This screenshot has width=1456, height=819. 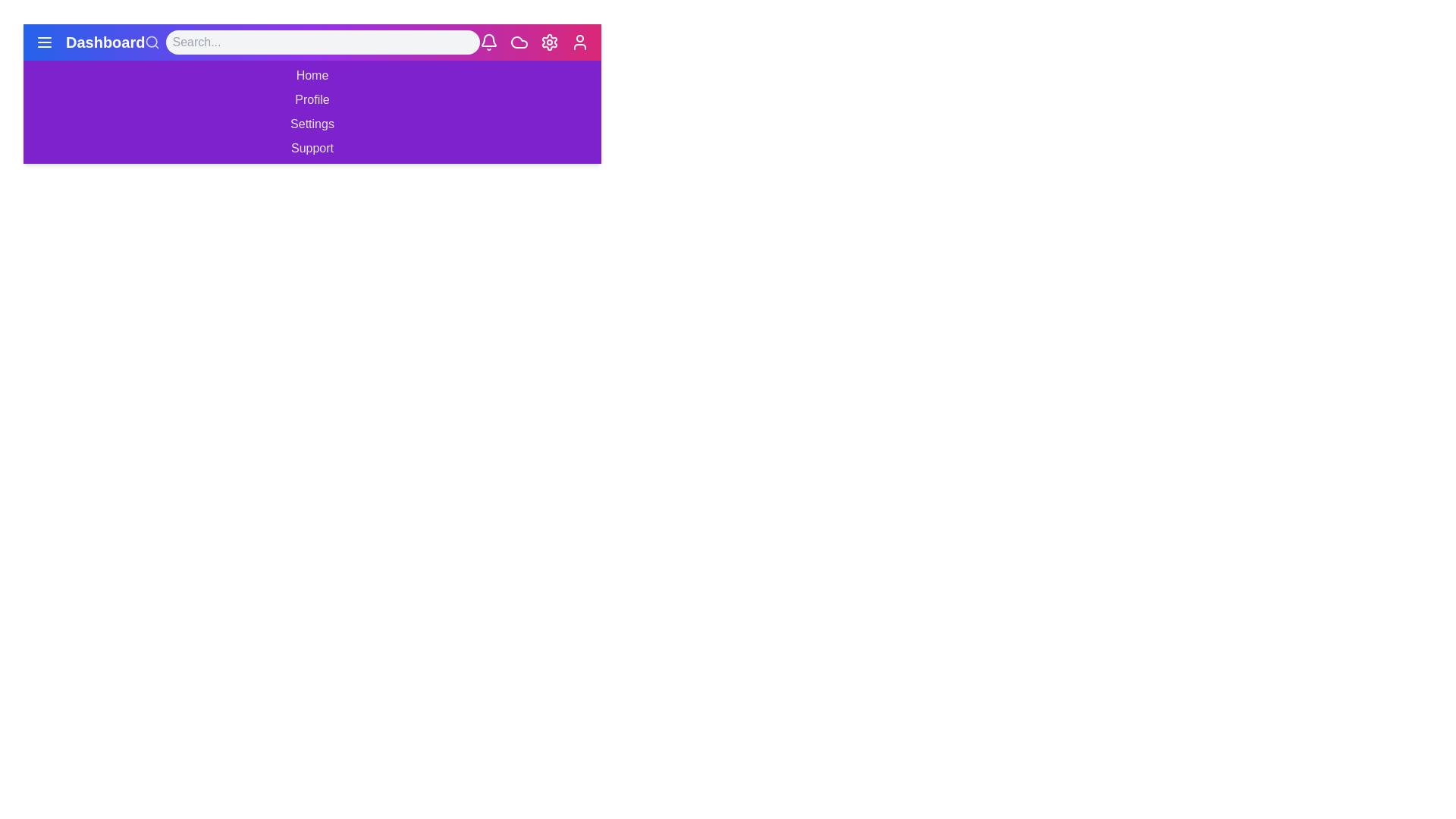 I want to click on the search bar and type the query 'example query', so click(x=322, y=42).